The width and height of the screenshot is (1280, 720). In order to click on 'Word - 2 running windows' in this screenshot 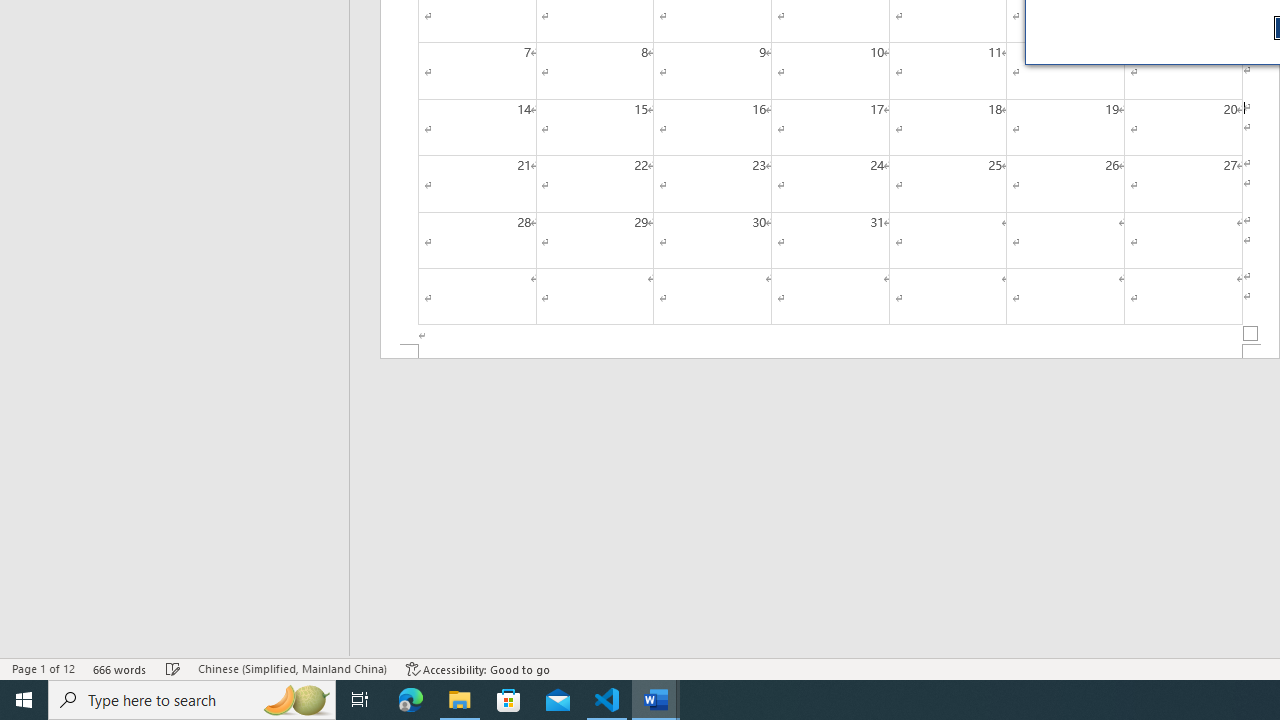, I will do `click(656, 698)`.